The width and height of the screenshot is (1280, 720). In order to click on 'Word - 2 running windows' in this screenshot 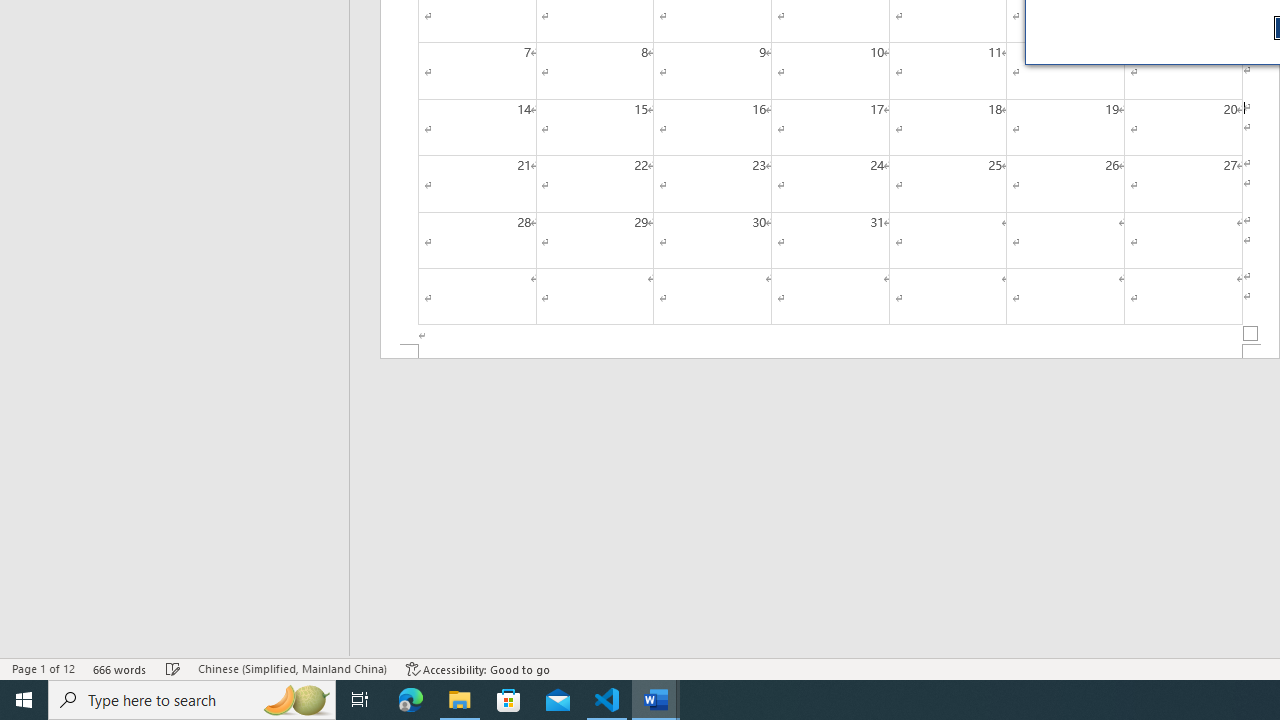, I will do `click(656, 698)`.